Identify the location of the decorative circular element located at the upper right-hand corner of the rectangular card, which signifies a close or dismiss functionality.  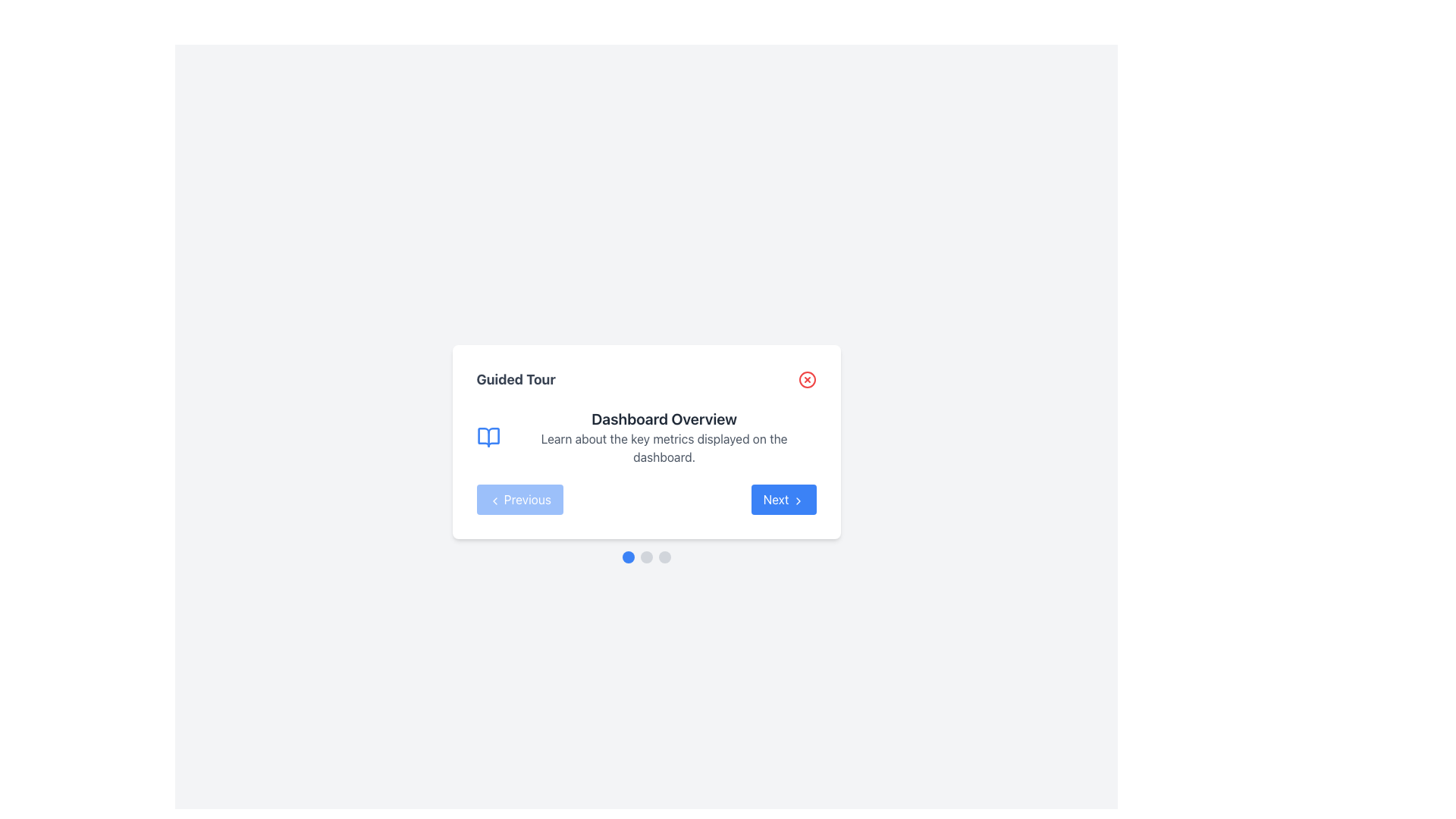
(806, 379).